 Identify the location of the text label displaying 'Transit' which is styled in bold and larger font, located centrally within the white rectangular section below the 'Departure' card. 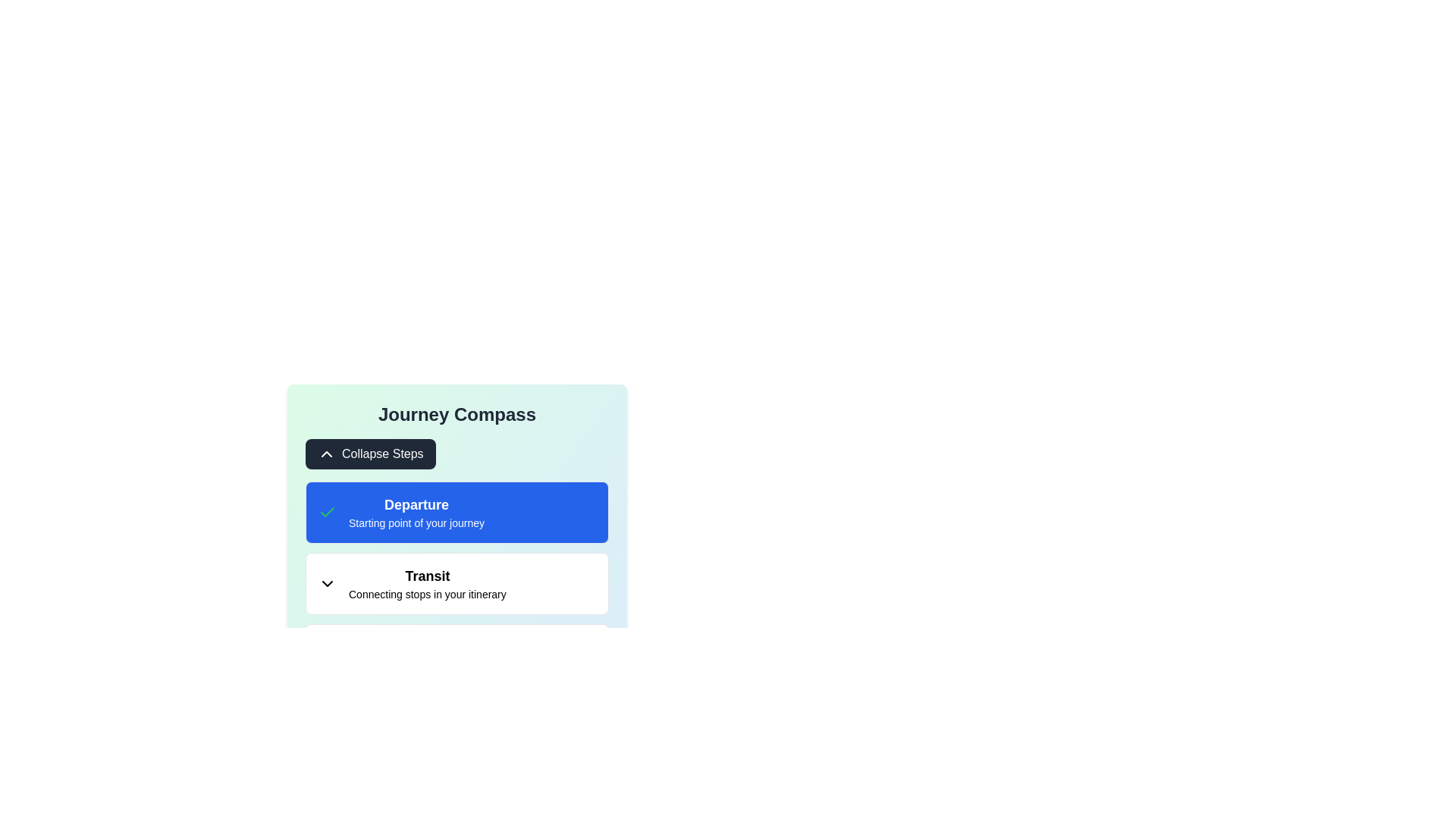
(426, 576).